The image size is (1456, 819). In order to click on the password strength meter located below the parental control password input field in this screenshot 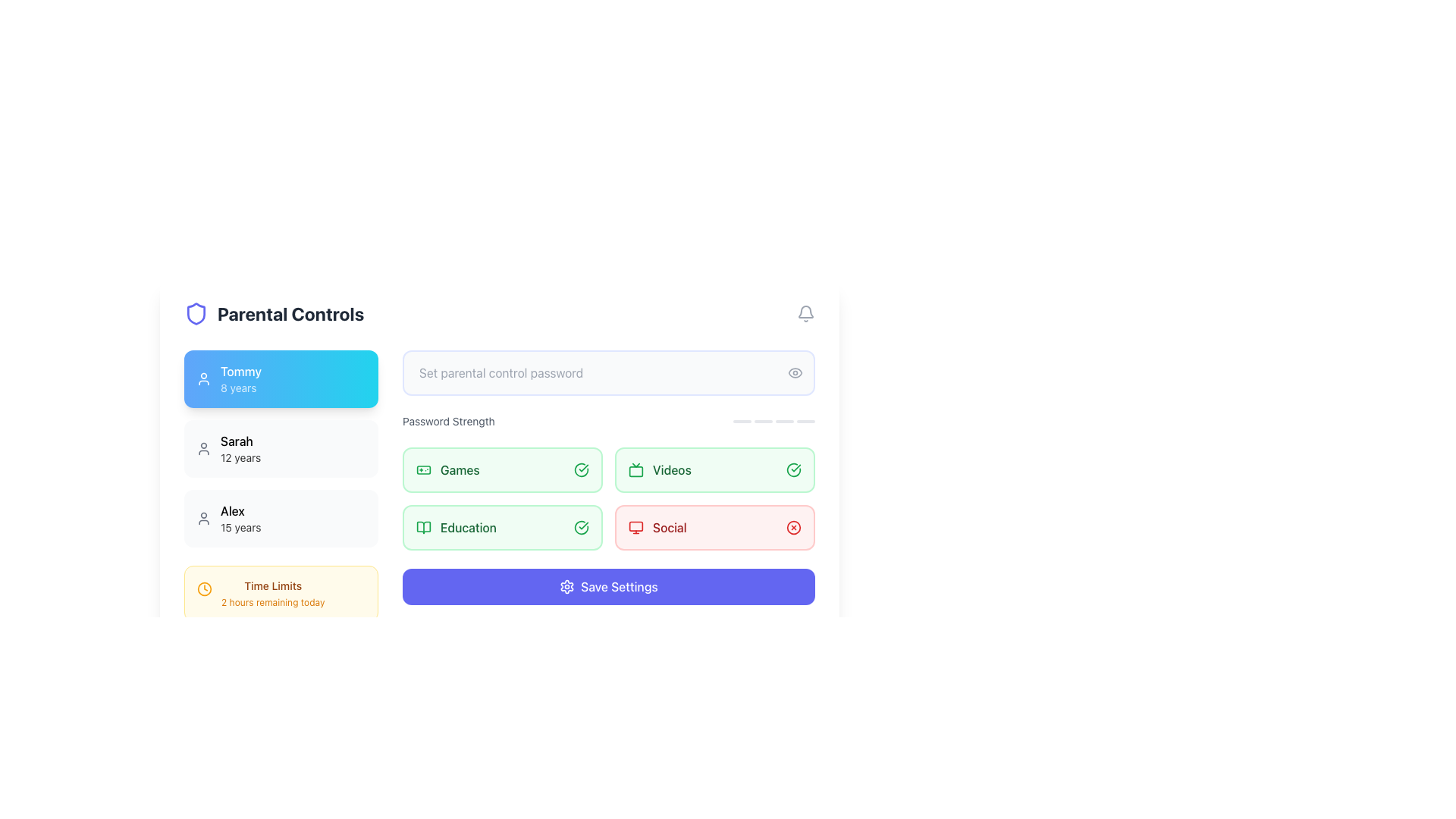, I will do `click(608, 421)`.